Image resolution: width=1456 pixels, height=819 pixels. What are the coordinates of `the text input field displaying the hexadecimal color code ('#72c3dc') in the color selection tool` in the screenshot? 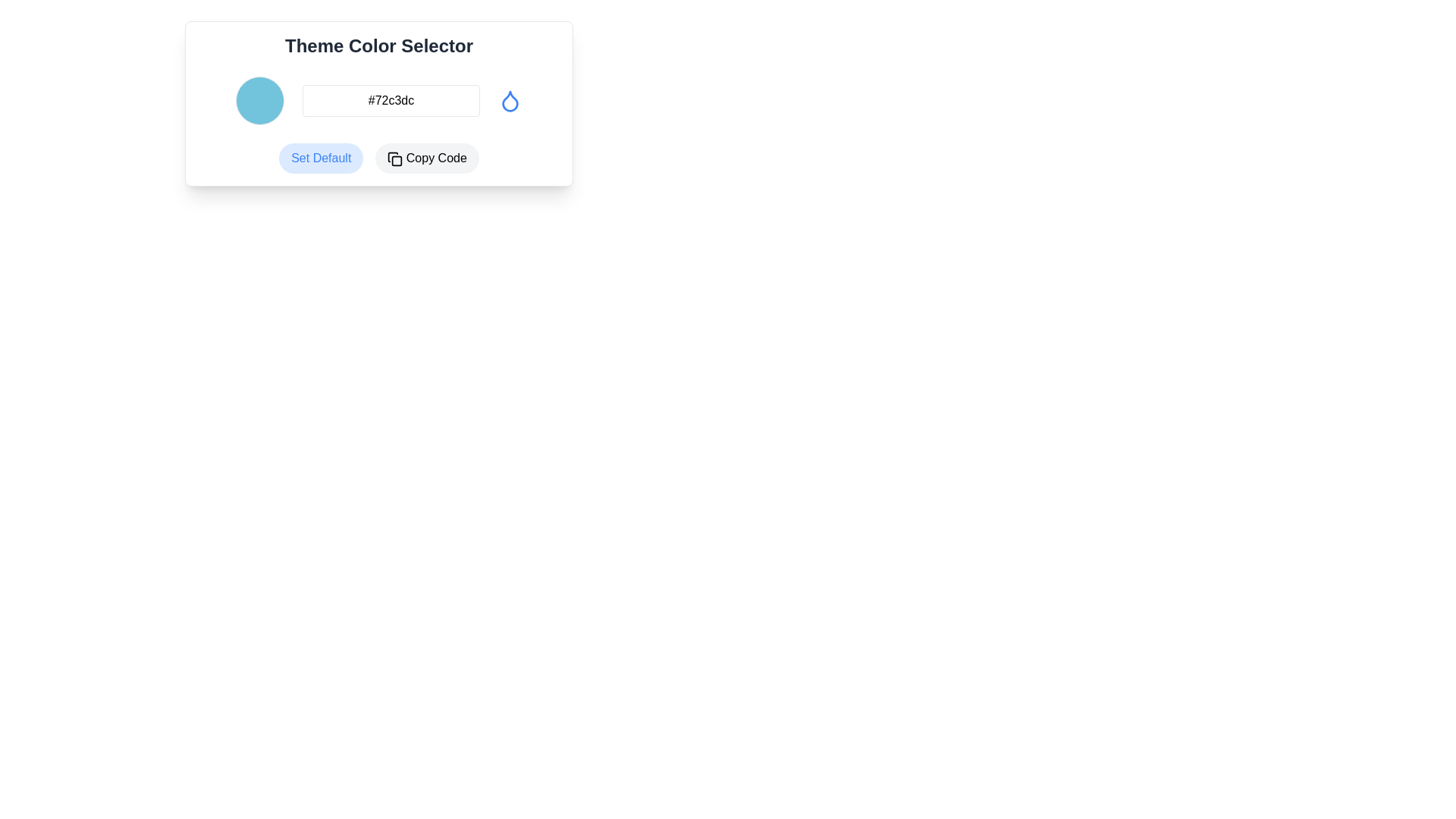 It's located at (378, 100).